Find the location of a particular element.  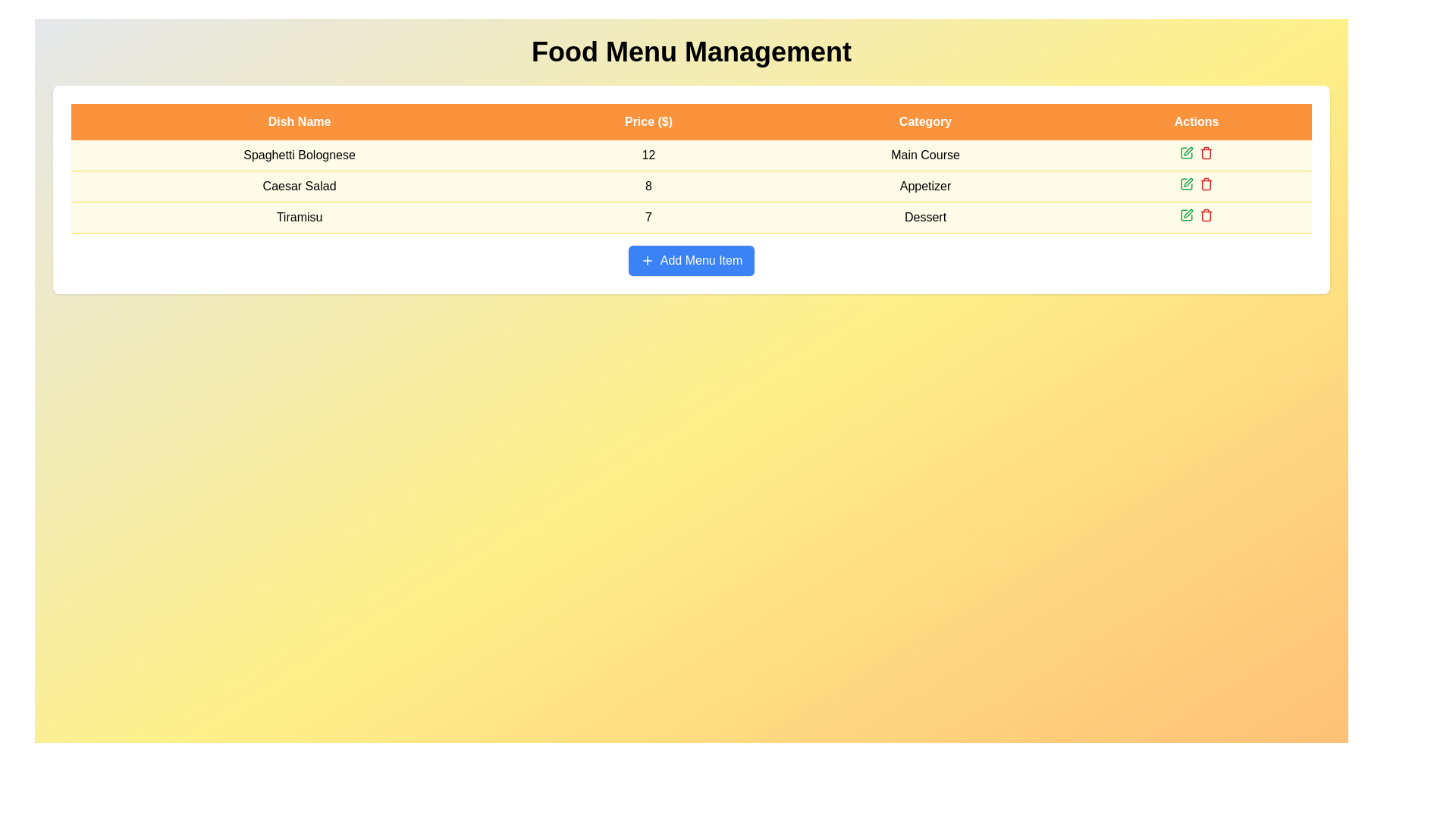

the green pencil icon in the second row of the 'Actions' column to initiate editing is located at coordinates (1185, 184).